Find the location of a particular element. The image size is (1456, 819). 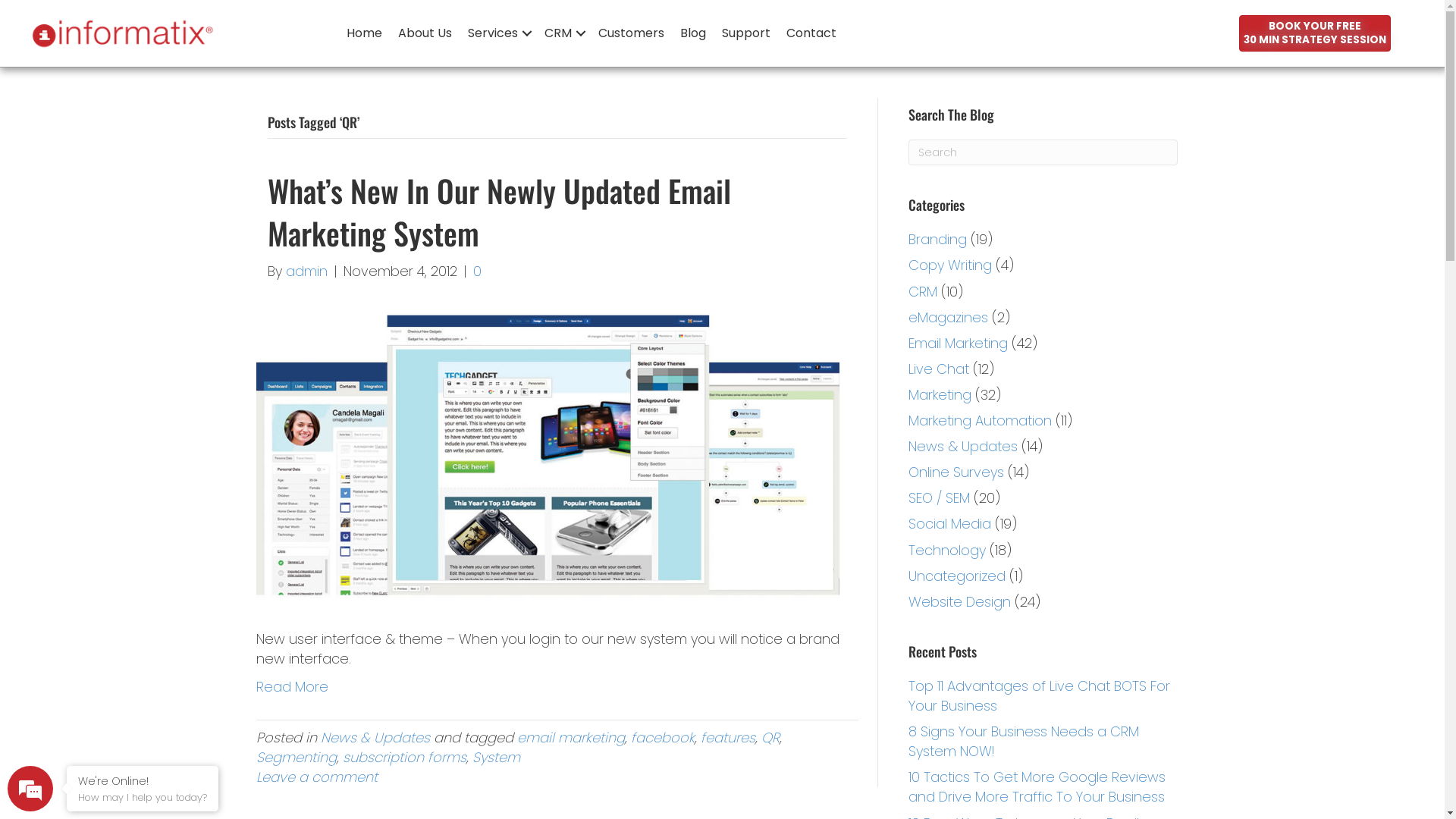

'Type and press Enter to search.' is located at coordinates (1042, 152).